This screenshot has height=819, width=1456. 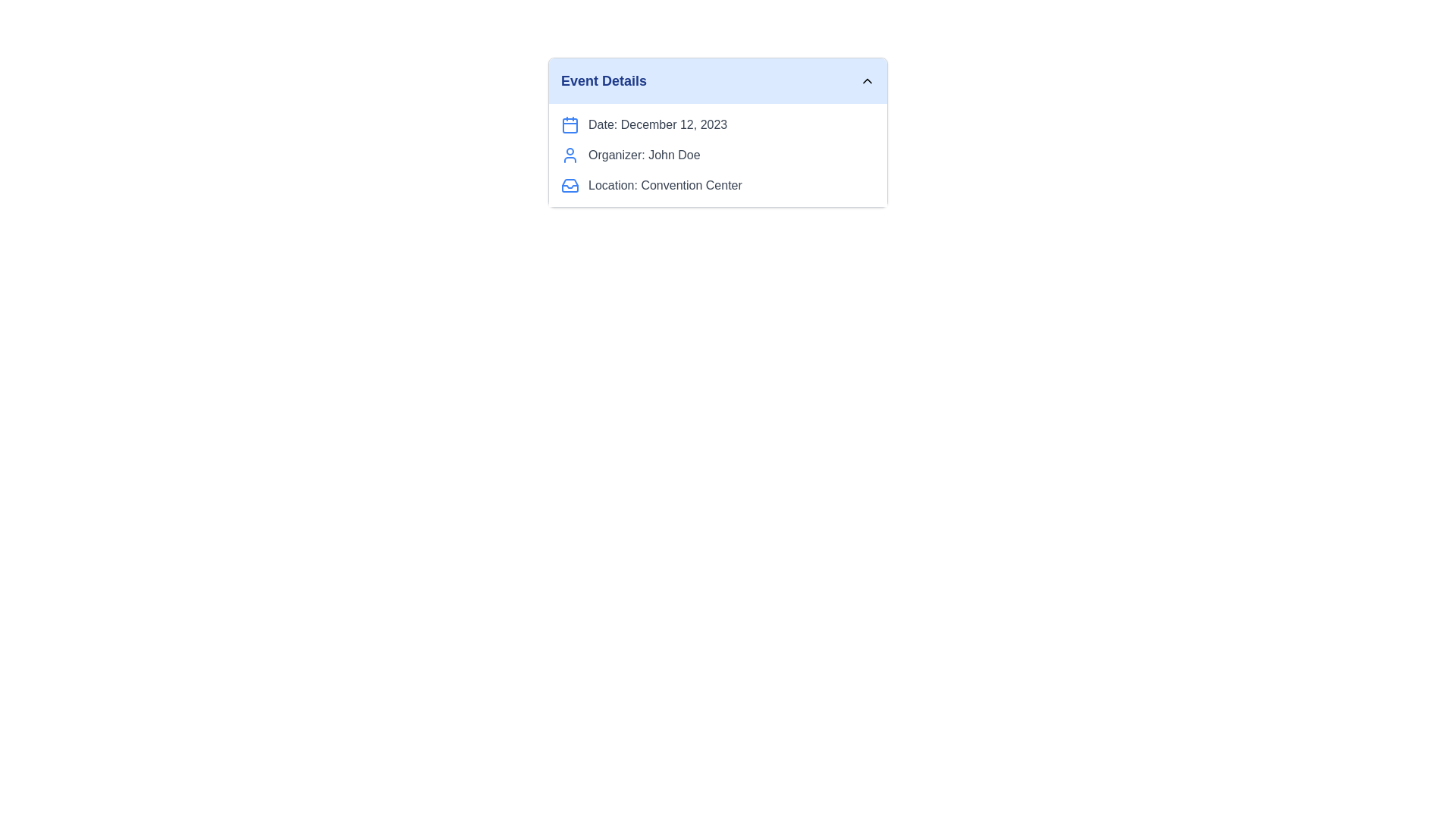 What do you see at coordinates (570, 155) in the screenshot?
I see `the user icon associated with the label 'Organizer: John Doe' for informational purposes` at bounding box center [570, 155].